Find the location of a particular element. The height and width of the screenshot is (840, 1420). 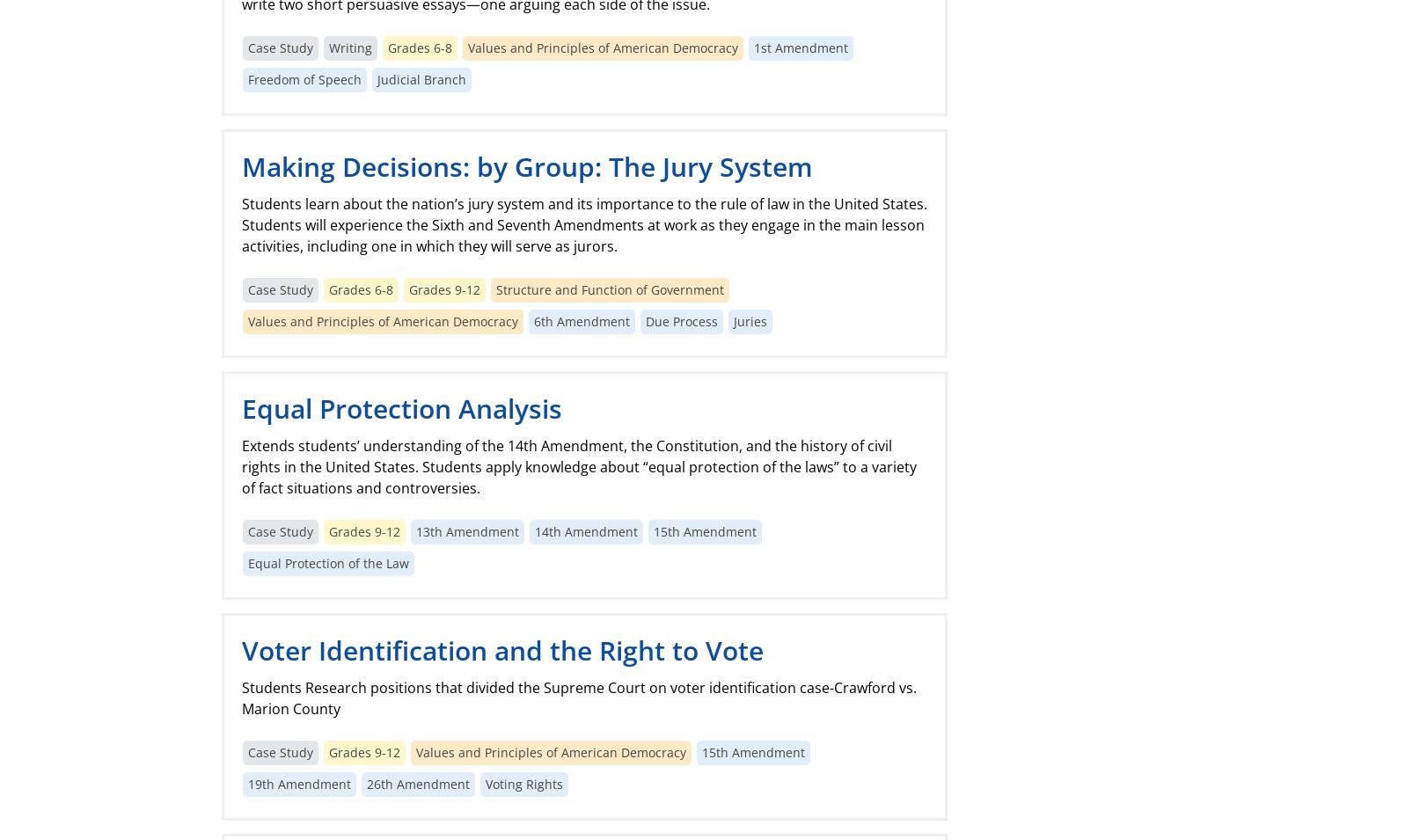

'6th Amendment' is located at coordinates (533, 320).